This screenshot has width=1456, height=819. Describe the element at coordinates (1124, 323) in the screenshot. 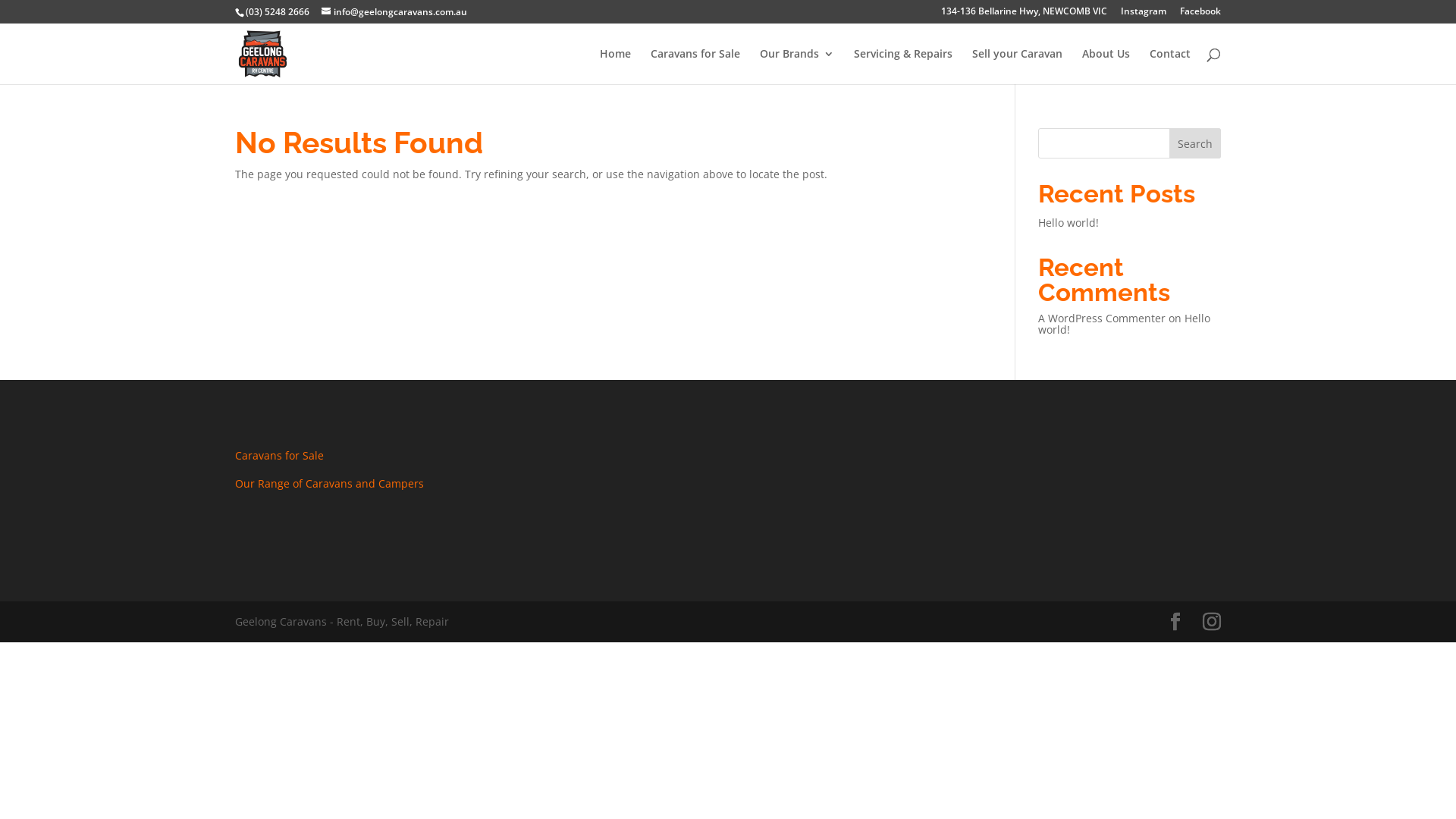

I see `'Hello world!'` at that location.